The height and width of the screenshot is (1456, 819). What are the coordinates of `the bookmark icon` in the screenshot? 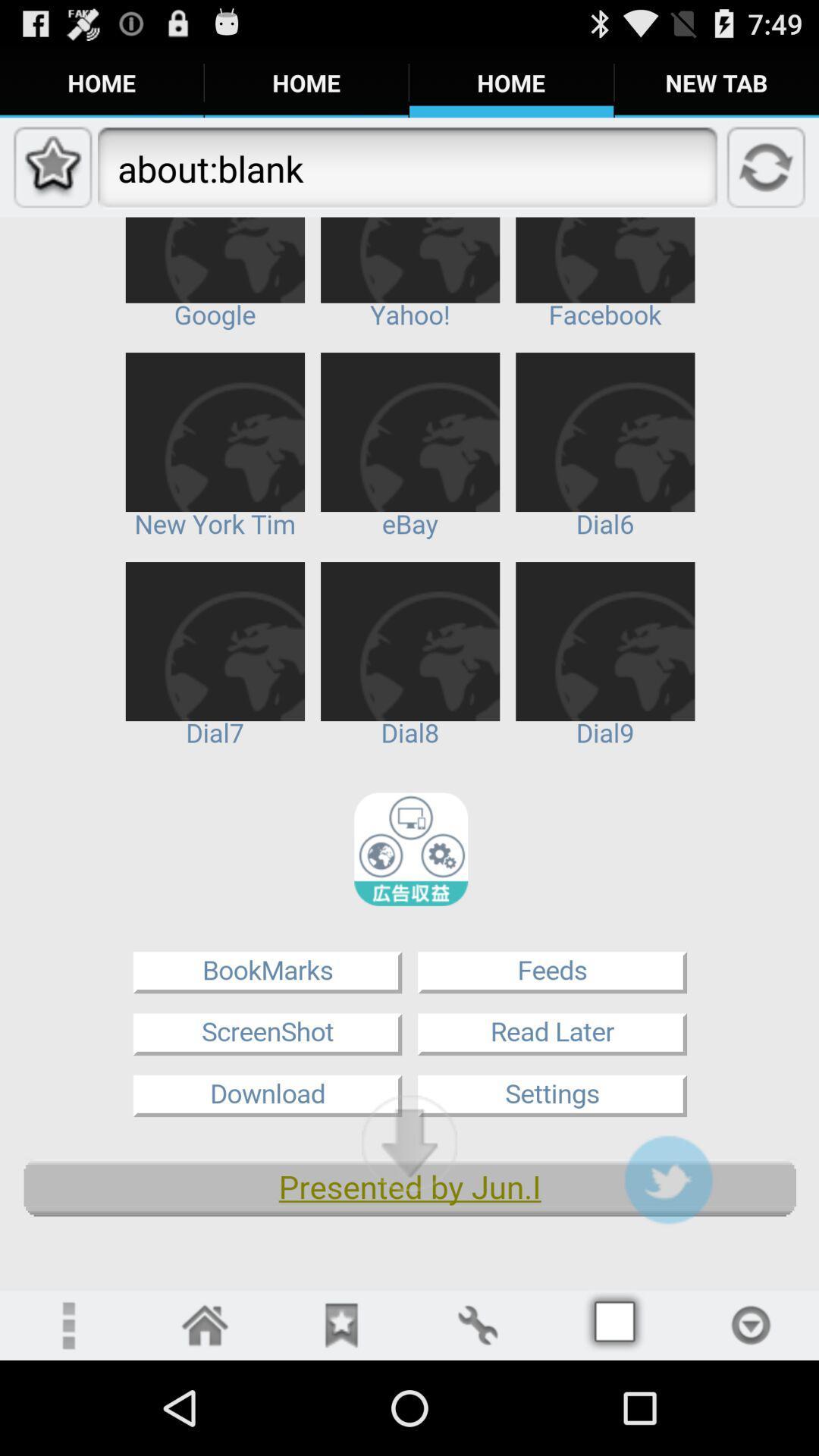 It's located at (341, 1417).